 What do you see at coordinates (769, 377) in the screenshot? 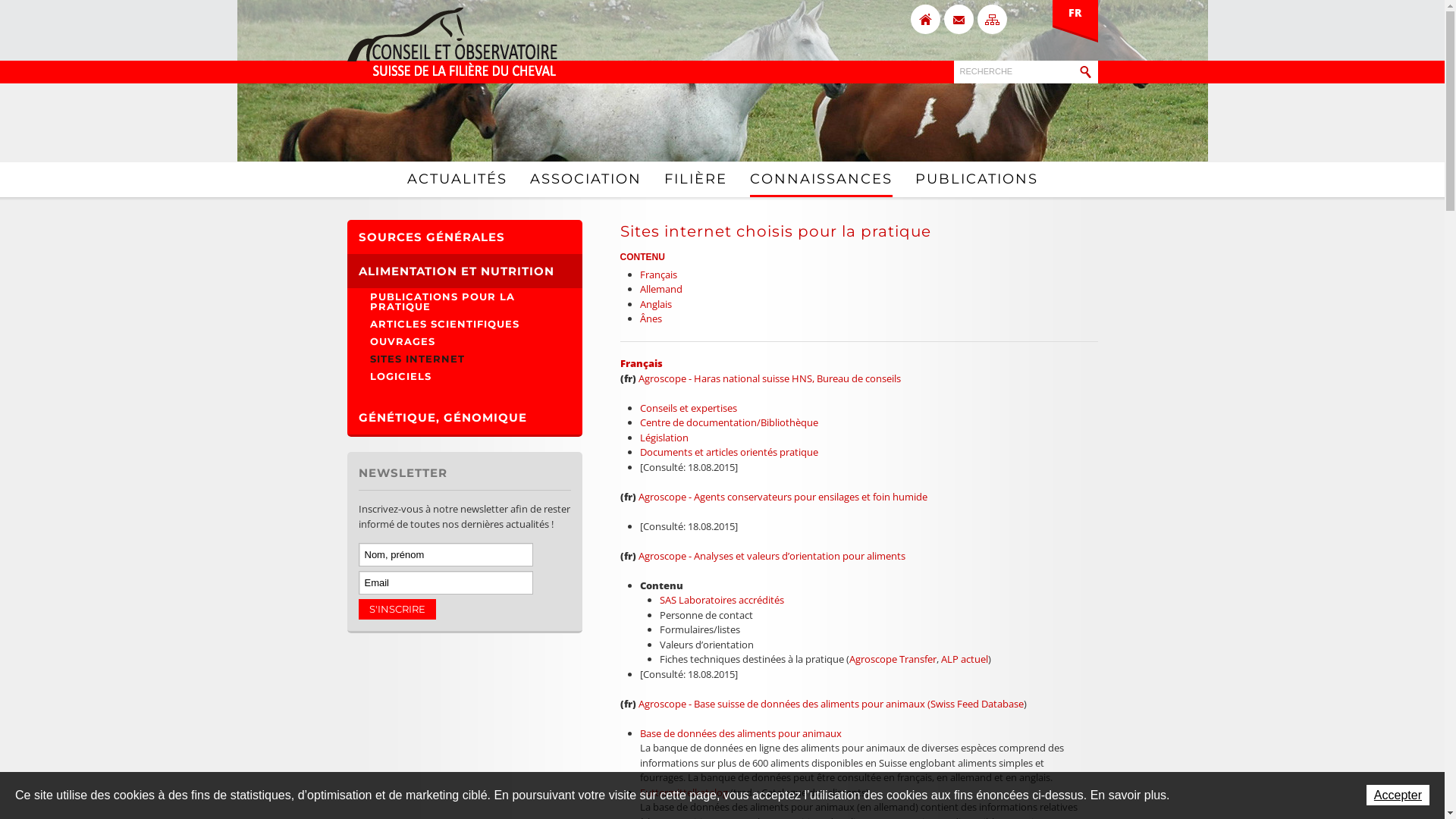
I see `'Agroscope - Haras national suisse HNS, Bureau de conseils'` at bounding box center [769, 377].